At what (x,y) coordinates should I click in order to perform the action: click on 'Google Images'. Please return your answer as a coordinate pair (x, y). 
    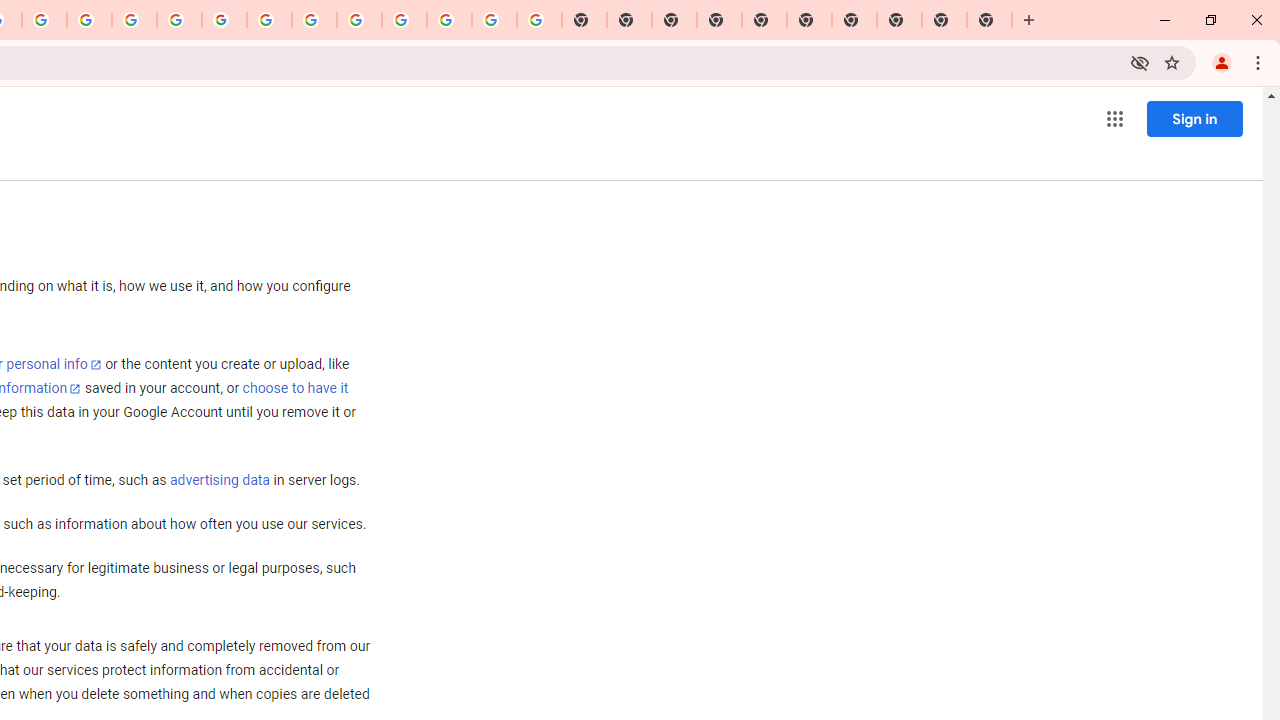
    Looking at the image, I should click on (539, 20).